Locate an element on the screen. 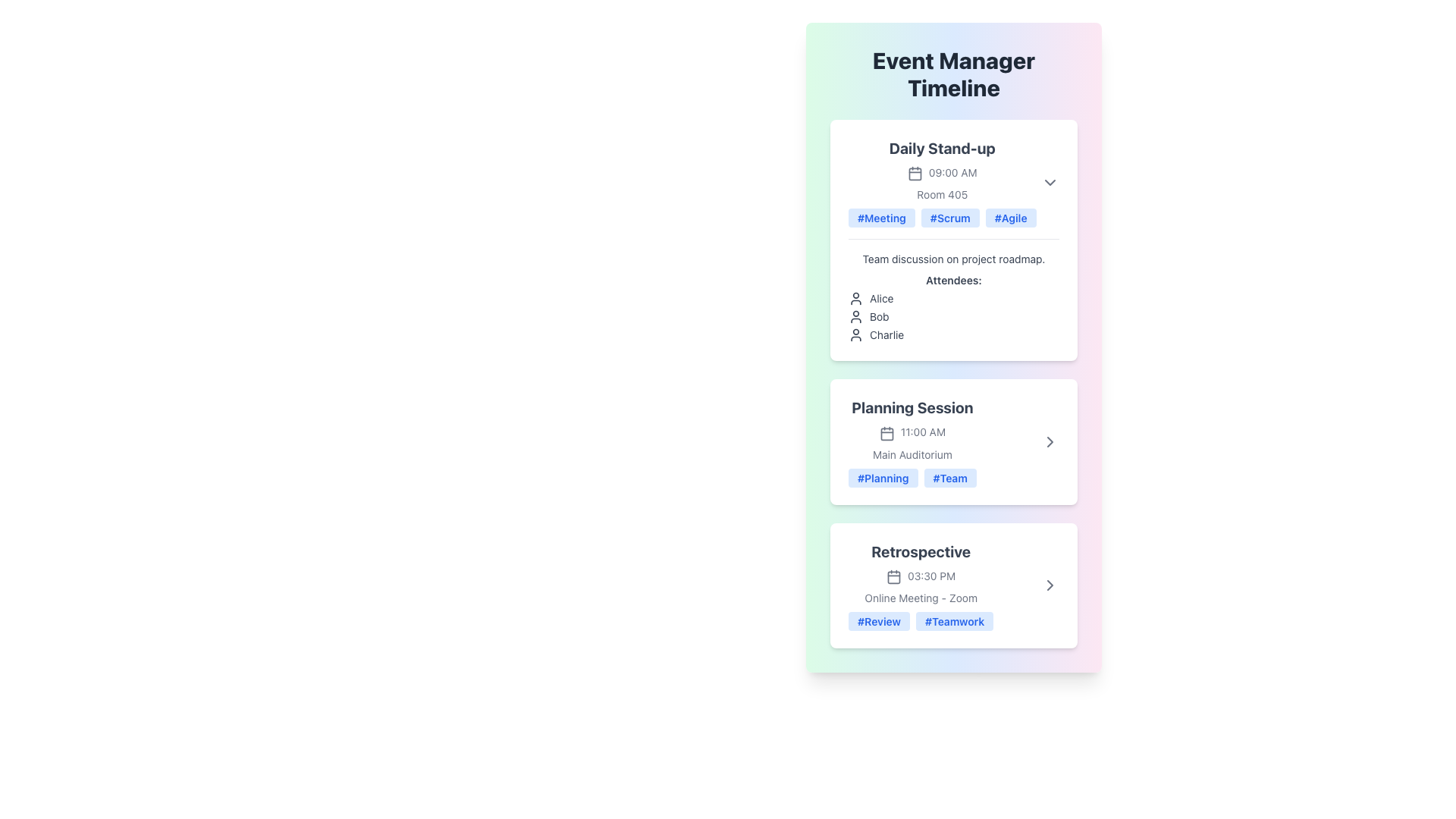 The image size is (1456, 819). the first tag in the 'Planning Session' section, which serves as a descriptive label and is located slightly to the left of the '#Team' tag is located at coordinates (883, 478).